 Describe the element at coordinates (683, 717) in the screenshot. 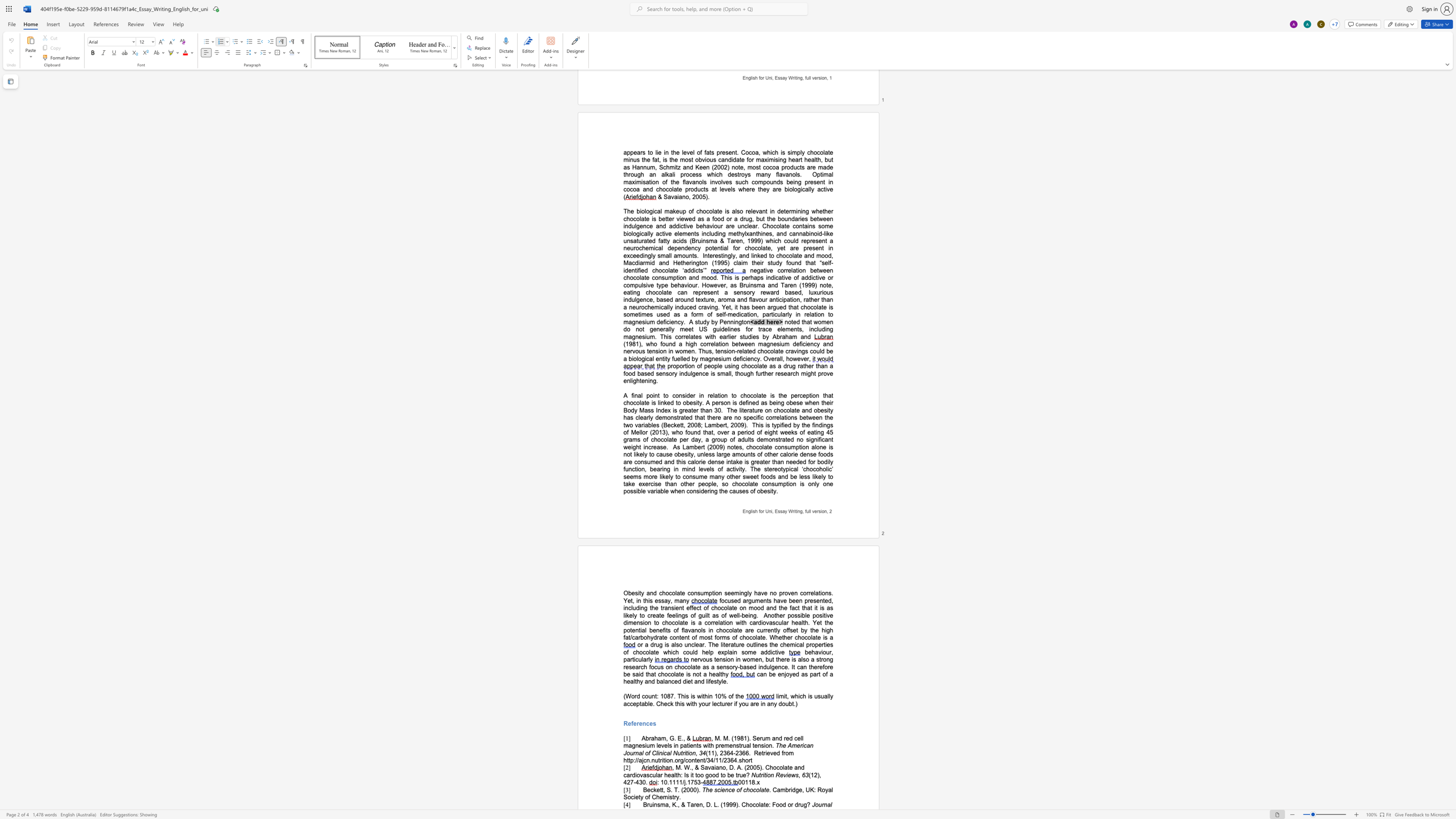

I see `the space between the continuous character "(" and "2" in the text` at that location.